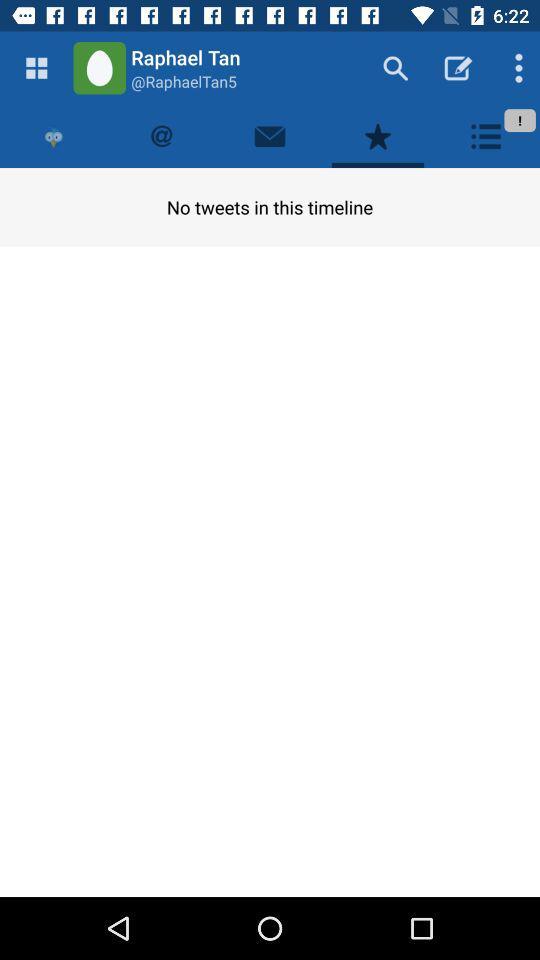  Describe the element at coordinates (270, 207) in the screenshot. I see `the no tweets in icon` at that location.